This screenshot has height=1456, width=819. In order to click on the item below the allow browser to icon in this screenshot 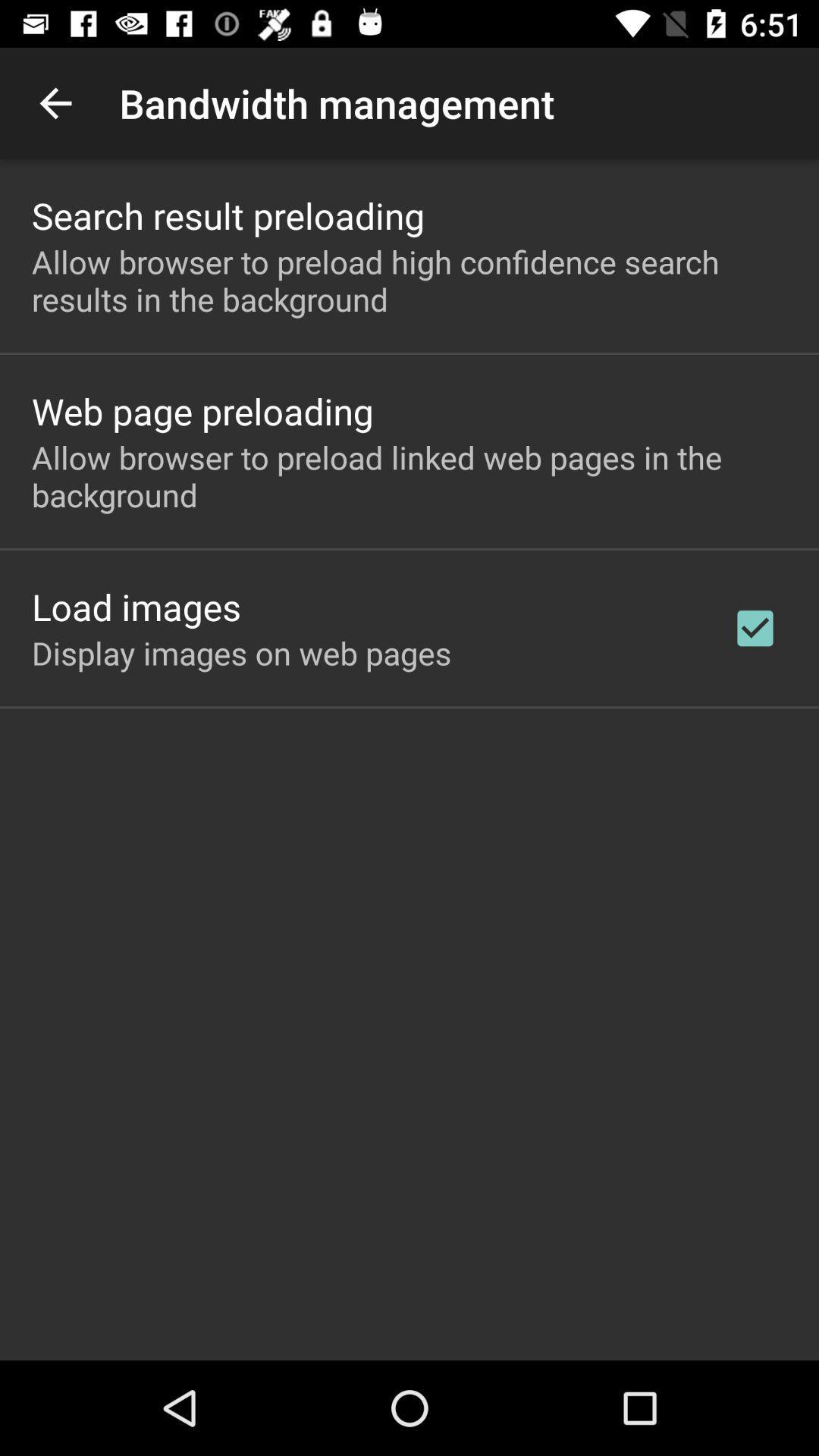, I will do `click(136, 607)`.